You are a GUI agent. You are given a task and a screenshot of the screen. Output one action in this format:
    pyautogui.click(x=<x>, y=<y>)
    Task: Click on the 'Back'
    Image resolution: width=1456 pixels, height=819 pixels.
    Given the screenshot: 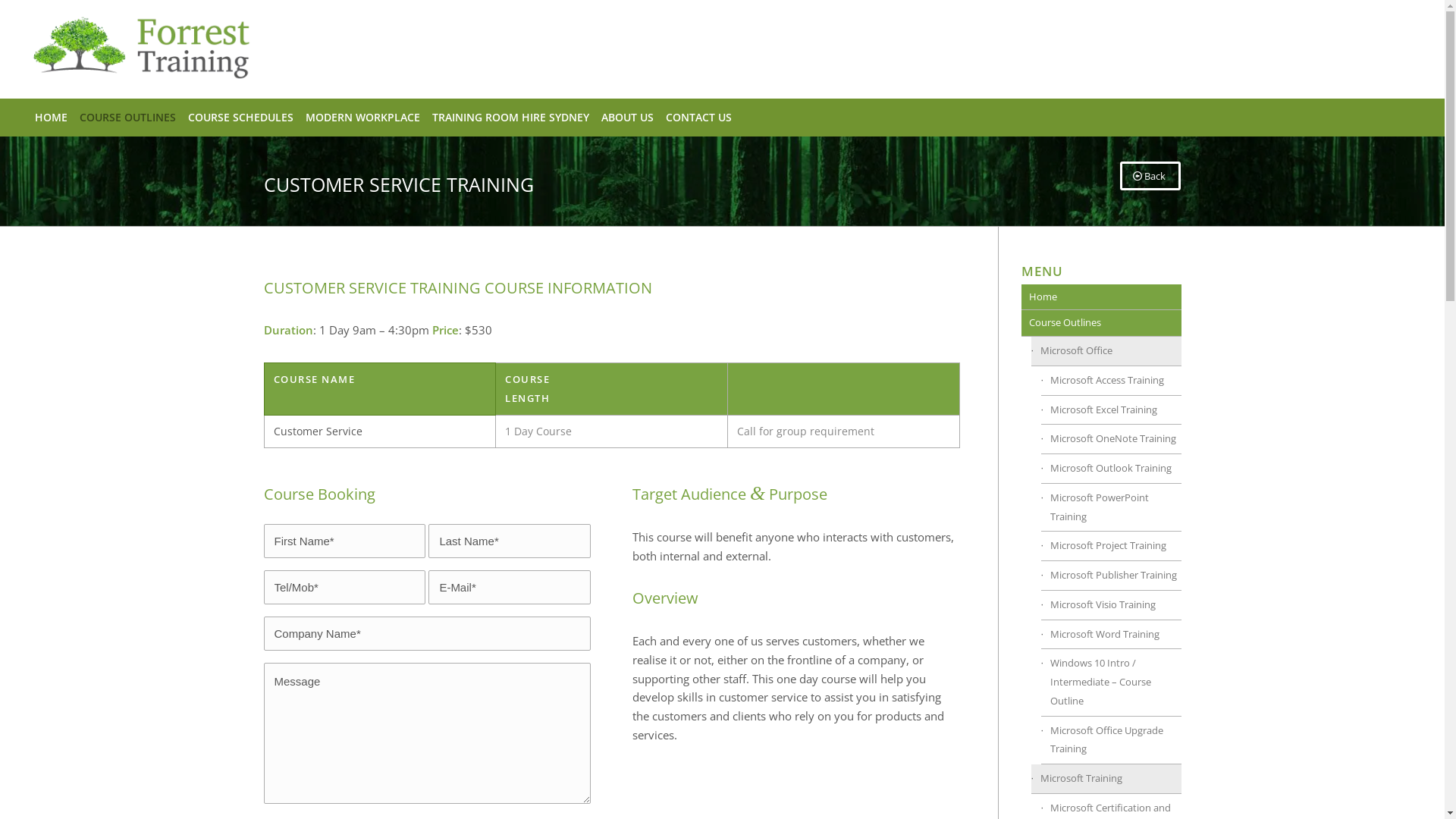 What is the action you would take?
    pyautogui.click(x=1150, y=174)
    